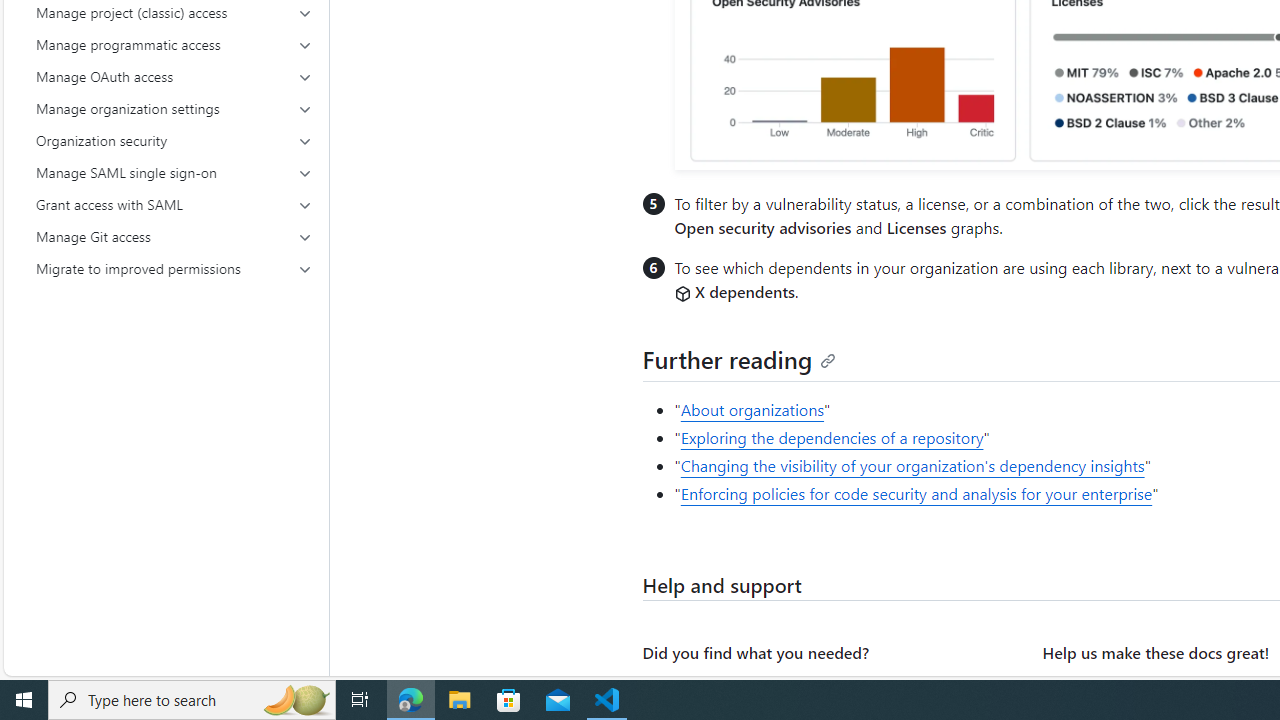 This screenshot has width=1280, height=720. What do you see at coordinates (174, 204) in the screenshot?
I see `'Grant access with SAML'` at bounding box center [174, 204].